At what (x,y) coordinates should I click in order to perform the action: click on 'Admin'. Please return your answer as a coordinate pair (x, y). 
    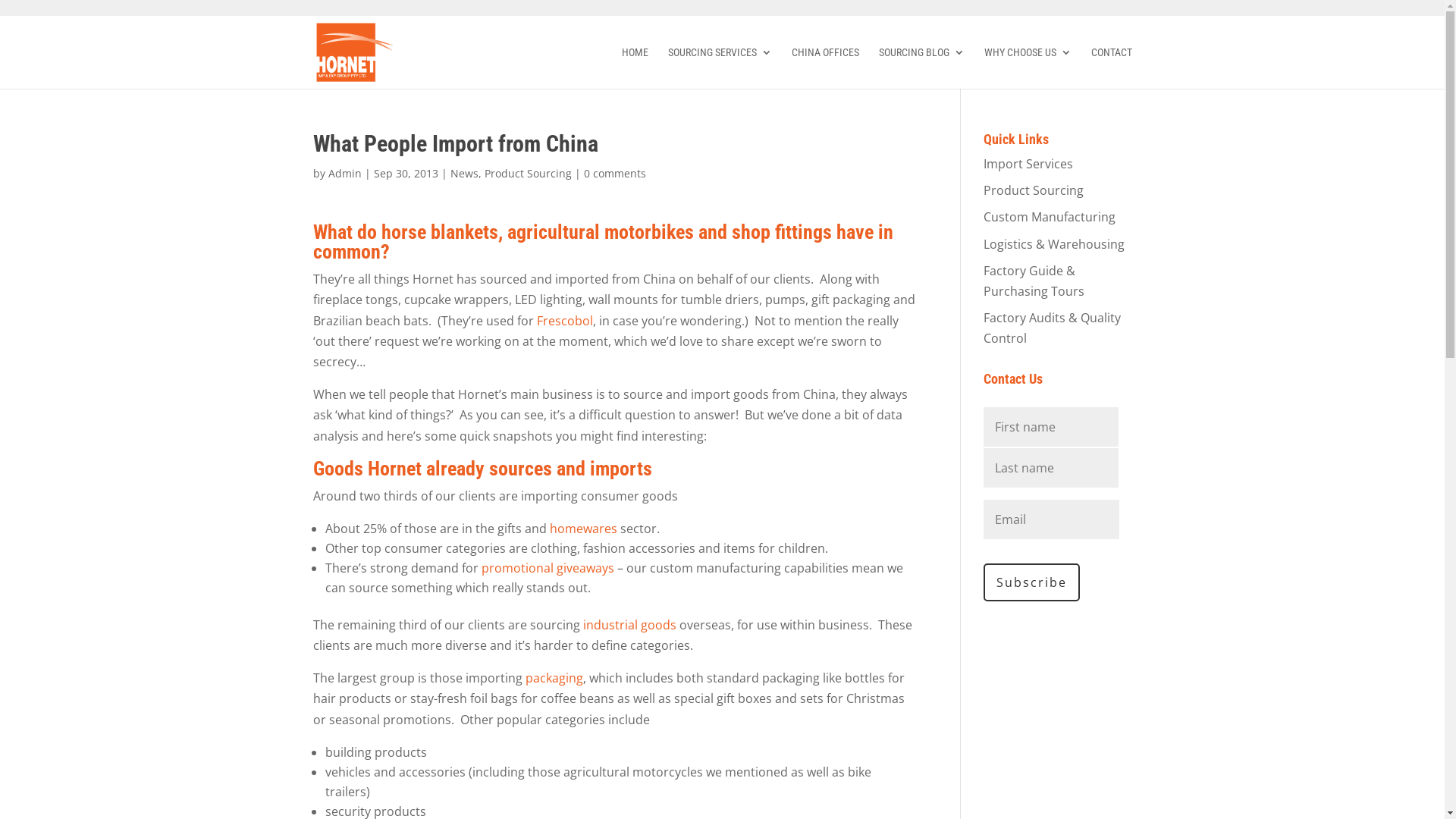
    Looking at the image, I should click on (344, 172).